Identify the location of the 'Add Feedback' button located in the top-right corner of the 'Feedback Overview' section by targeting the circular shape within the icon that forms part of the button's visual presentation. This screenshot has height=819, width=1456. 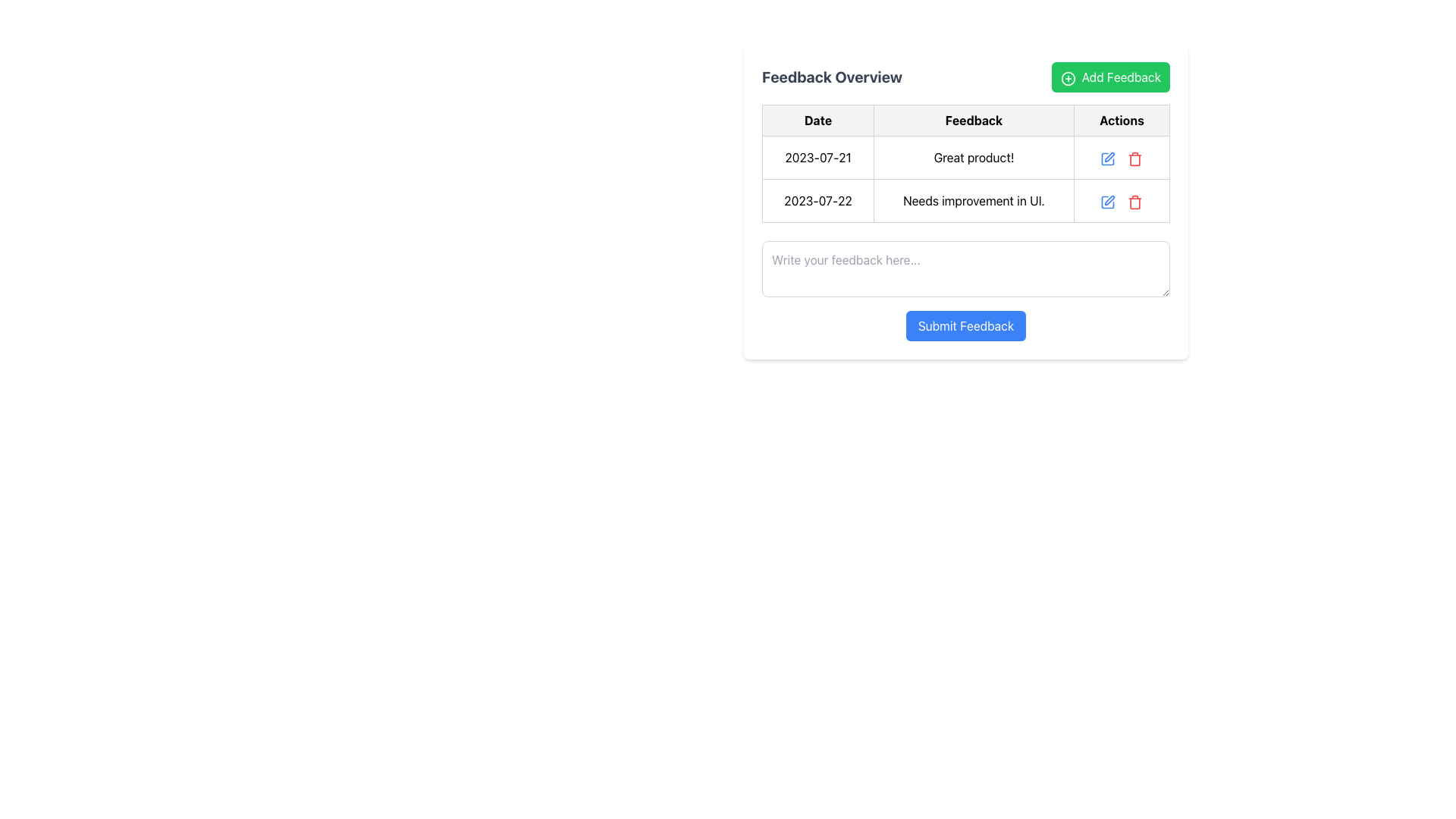
(1067, 78).